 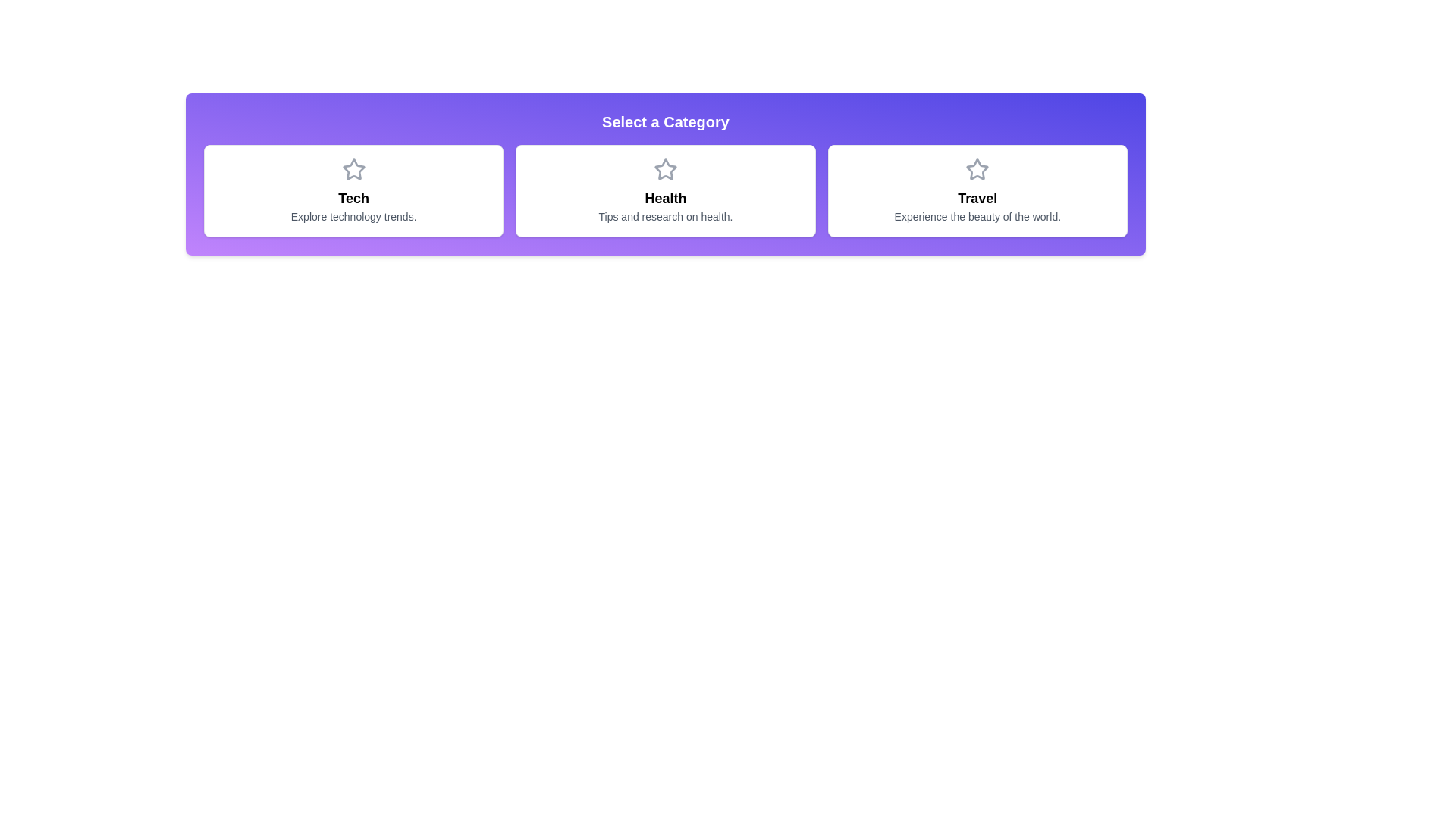 I want to click on text content of the Text Label which displays 'Health' in bold and 'Tips and research on health.' in gray, so click(x=666, y=206).